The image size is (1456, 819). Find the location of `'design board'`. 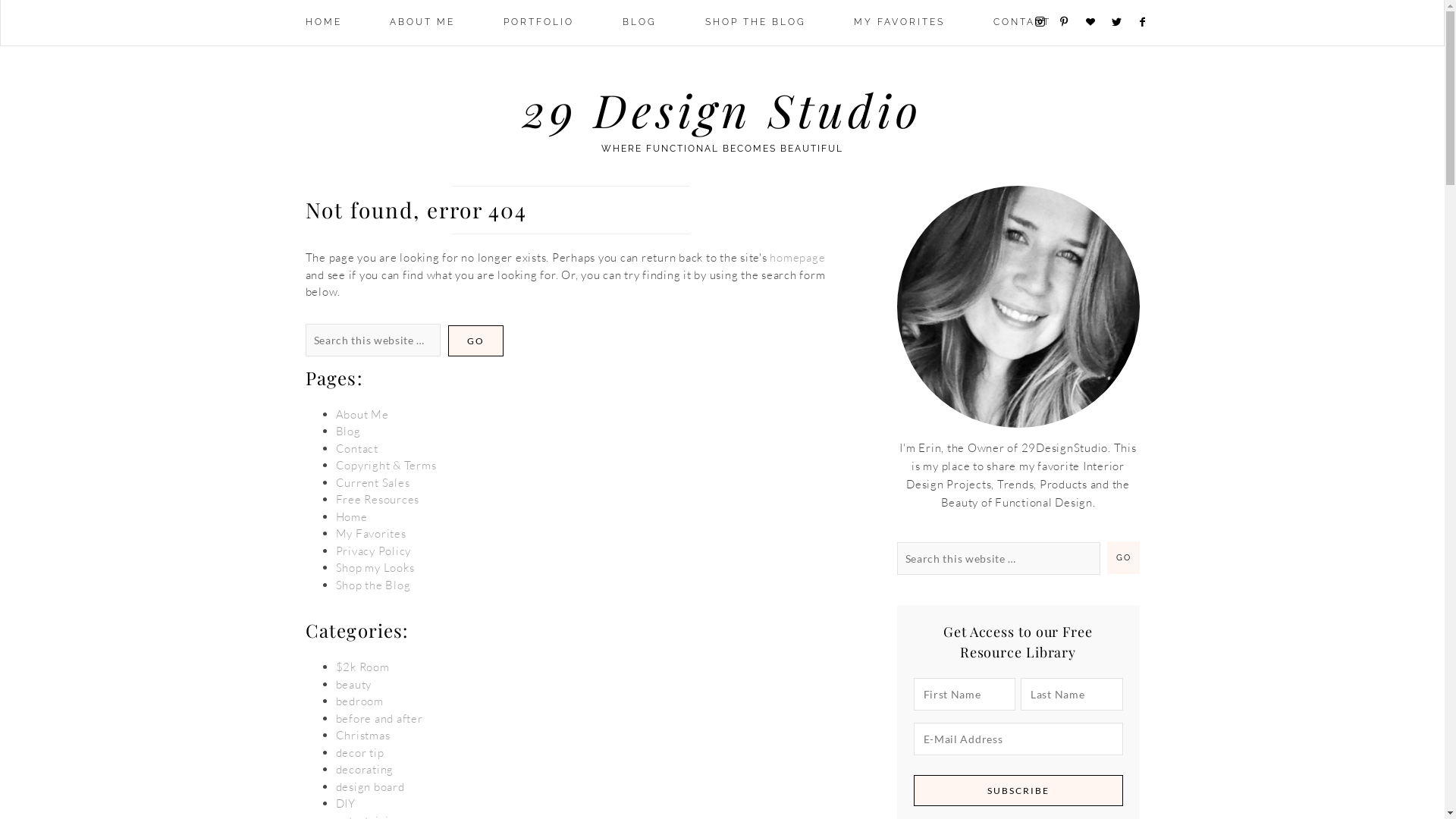

'design board' is located at coordinates (369, 786).